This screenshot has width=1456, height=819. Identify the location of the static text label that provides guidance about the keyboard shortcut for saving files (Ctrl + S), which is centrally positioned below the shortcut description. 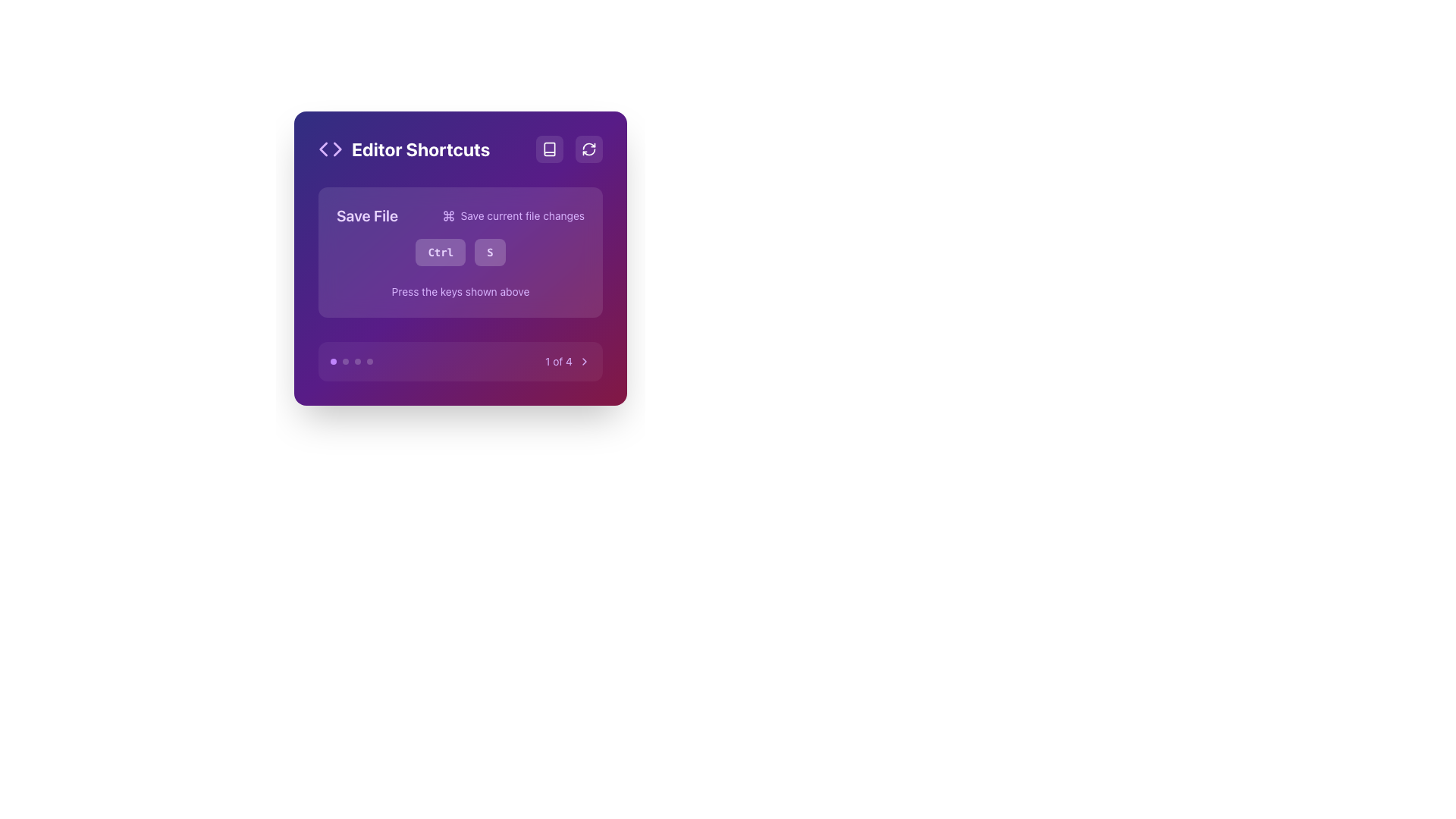
(460, 292).